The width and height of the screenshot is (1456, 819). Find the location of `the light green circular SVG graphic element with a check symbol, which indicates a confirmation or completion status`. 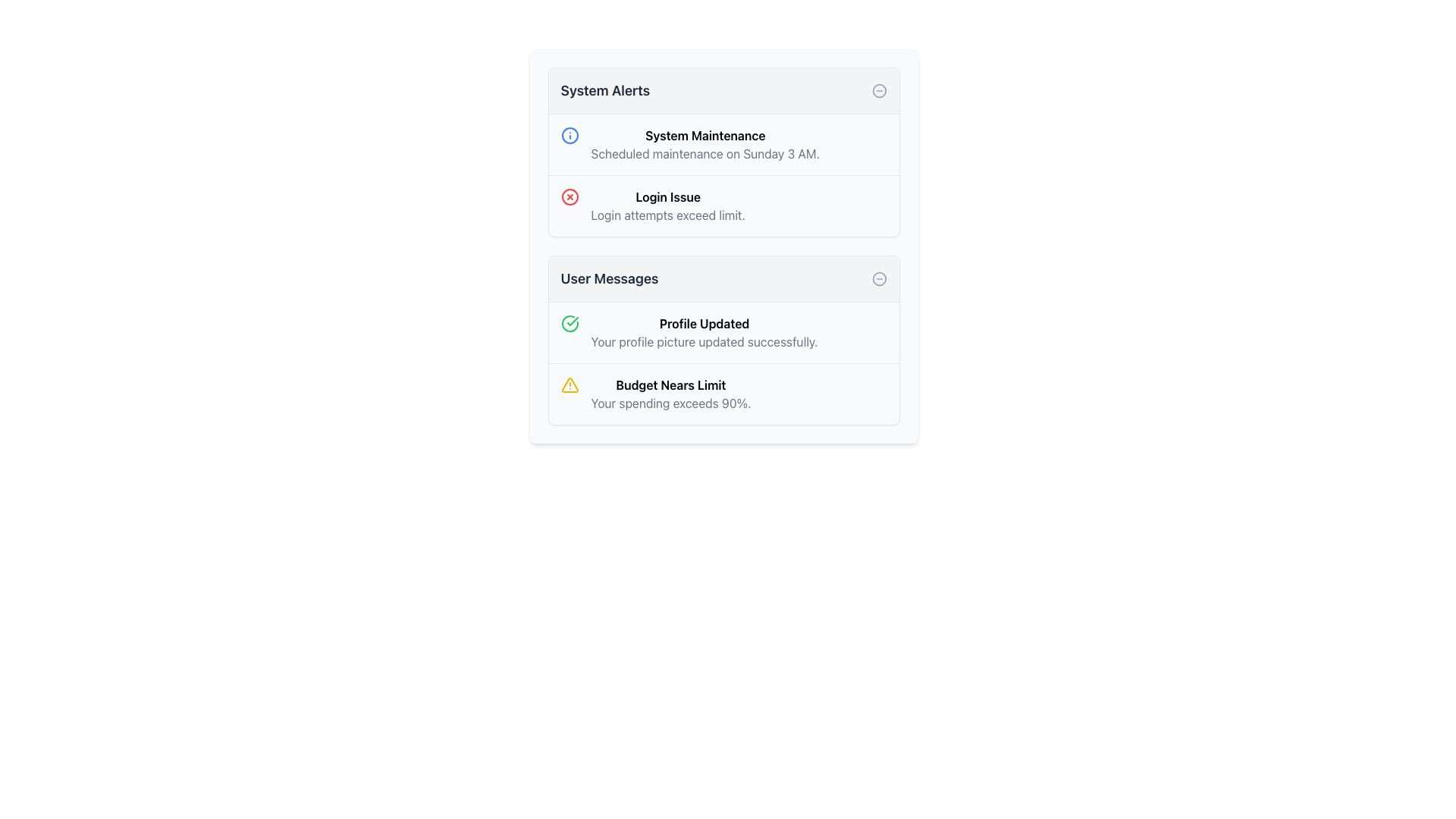

the light green circular SVG graphic element with a check symbol, which indicates a confirmation or completion status is located at coordinates (569, 323).